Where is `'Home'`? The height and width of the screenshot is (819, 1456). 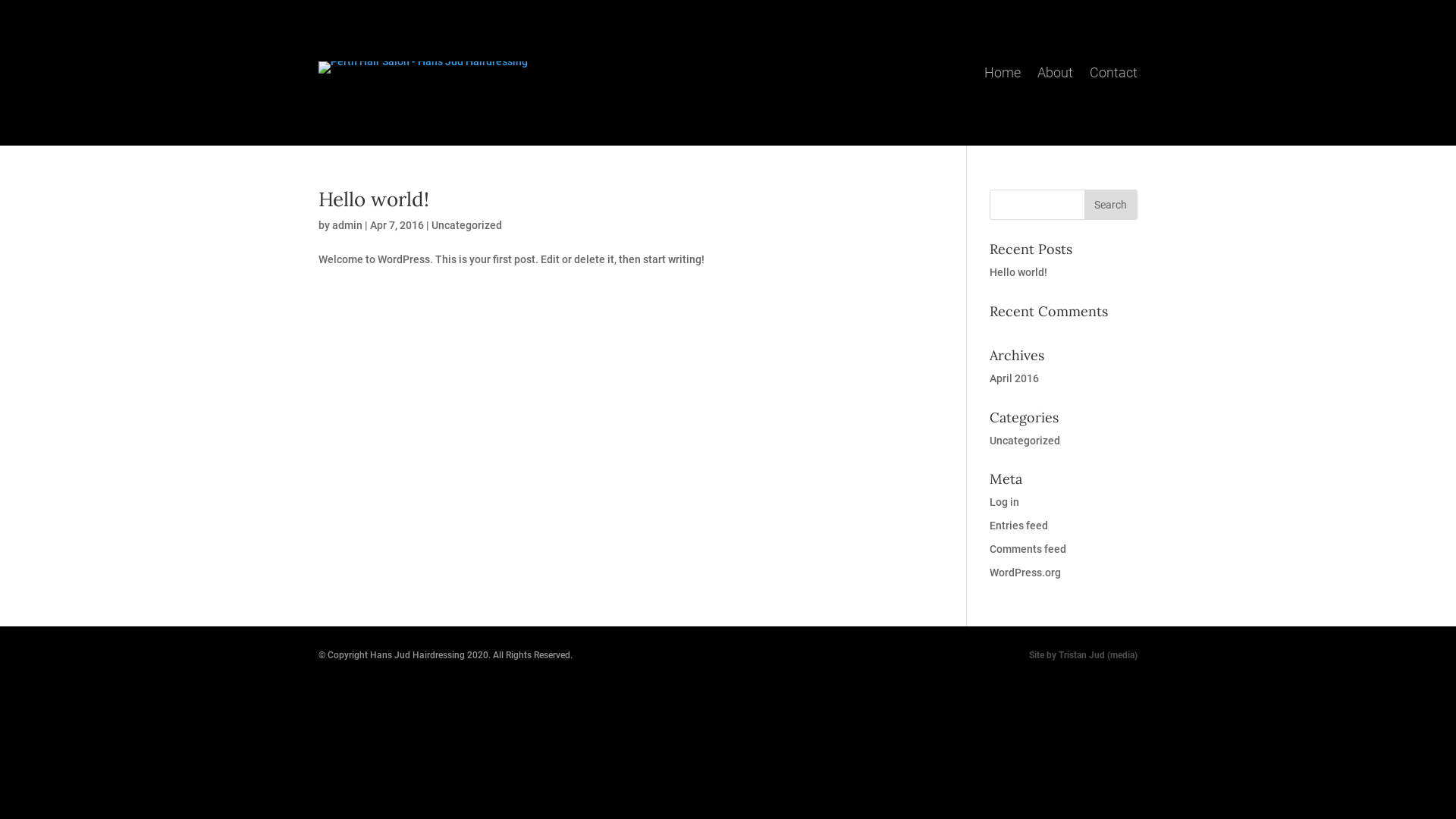
'Home' is located at coordinates (1002, 70).